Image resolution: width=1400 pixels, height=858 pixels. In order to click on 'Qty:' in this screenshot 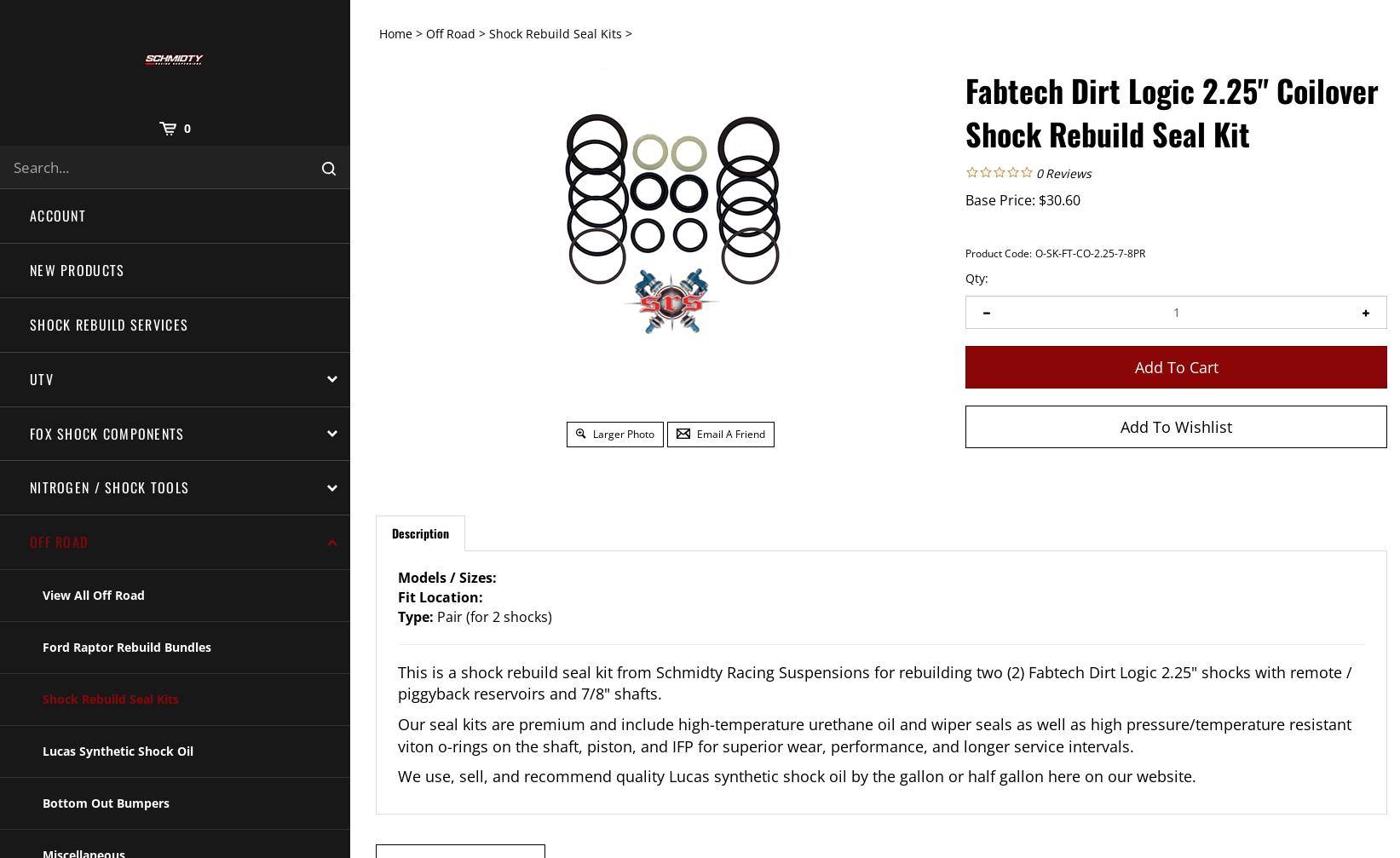, I will do `click(977, 277)`.